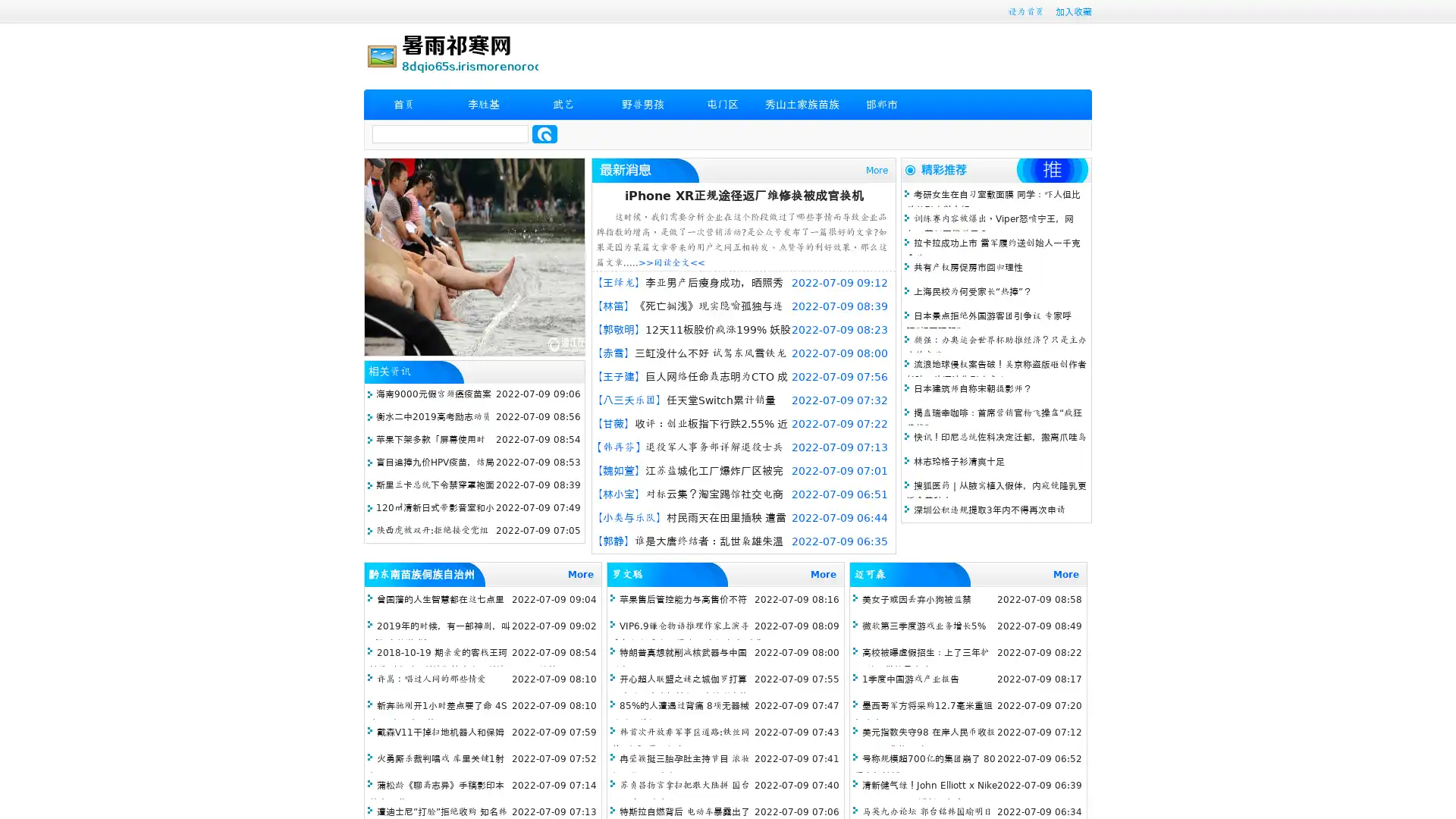 Image resolution: width=1456 pixels, height=819 pixels. What do you see at coordinates (544, 133) in the screenshot?
I see `Search` at bounding box center [544, 133].